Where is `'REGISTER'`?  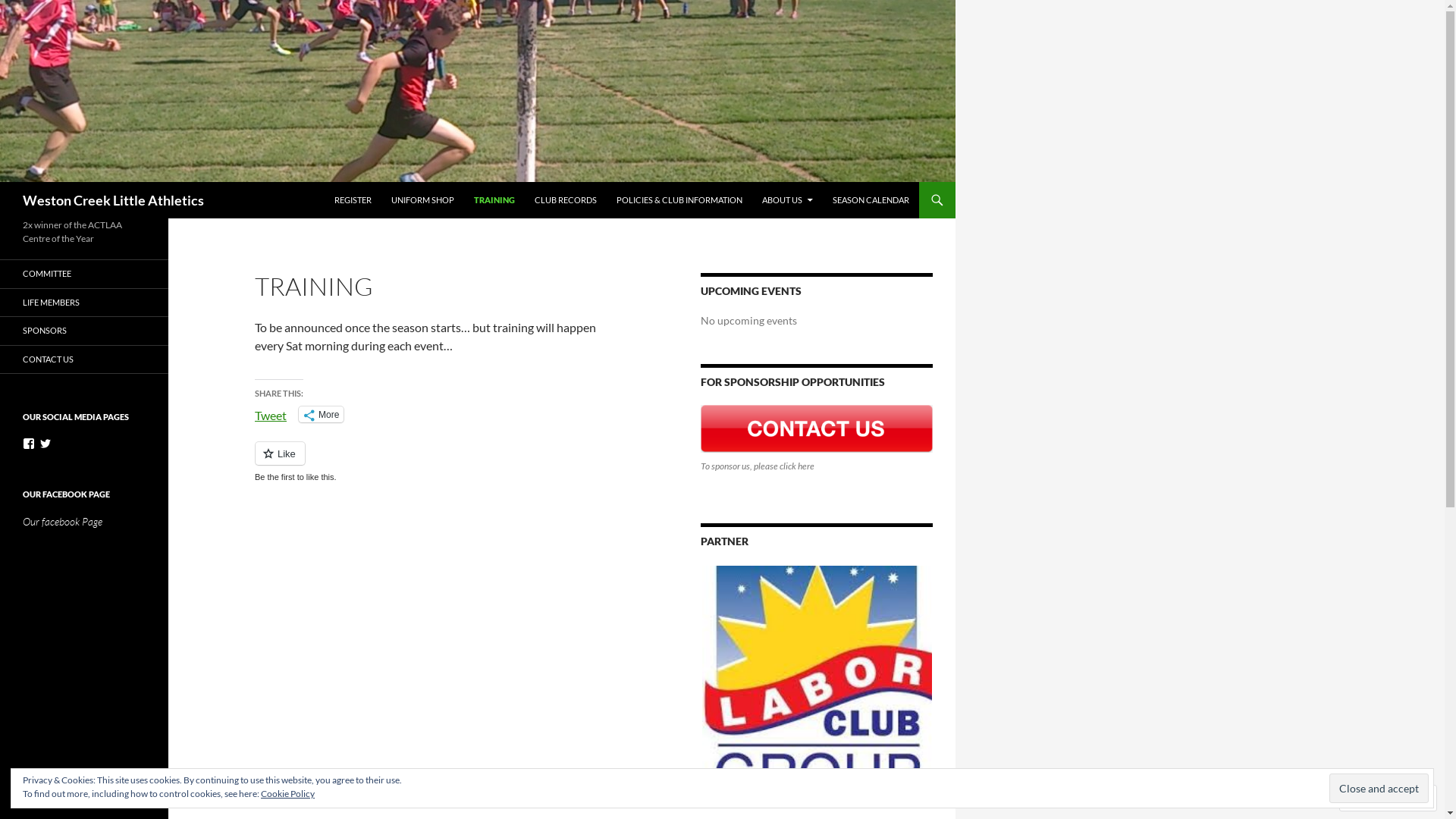 'REGISTER' is located at coordinates (324, 199).